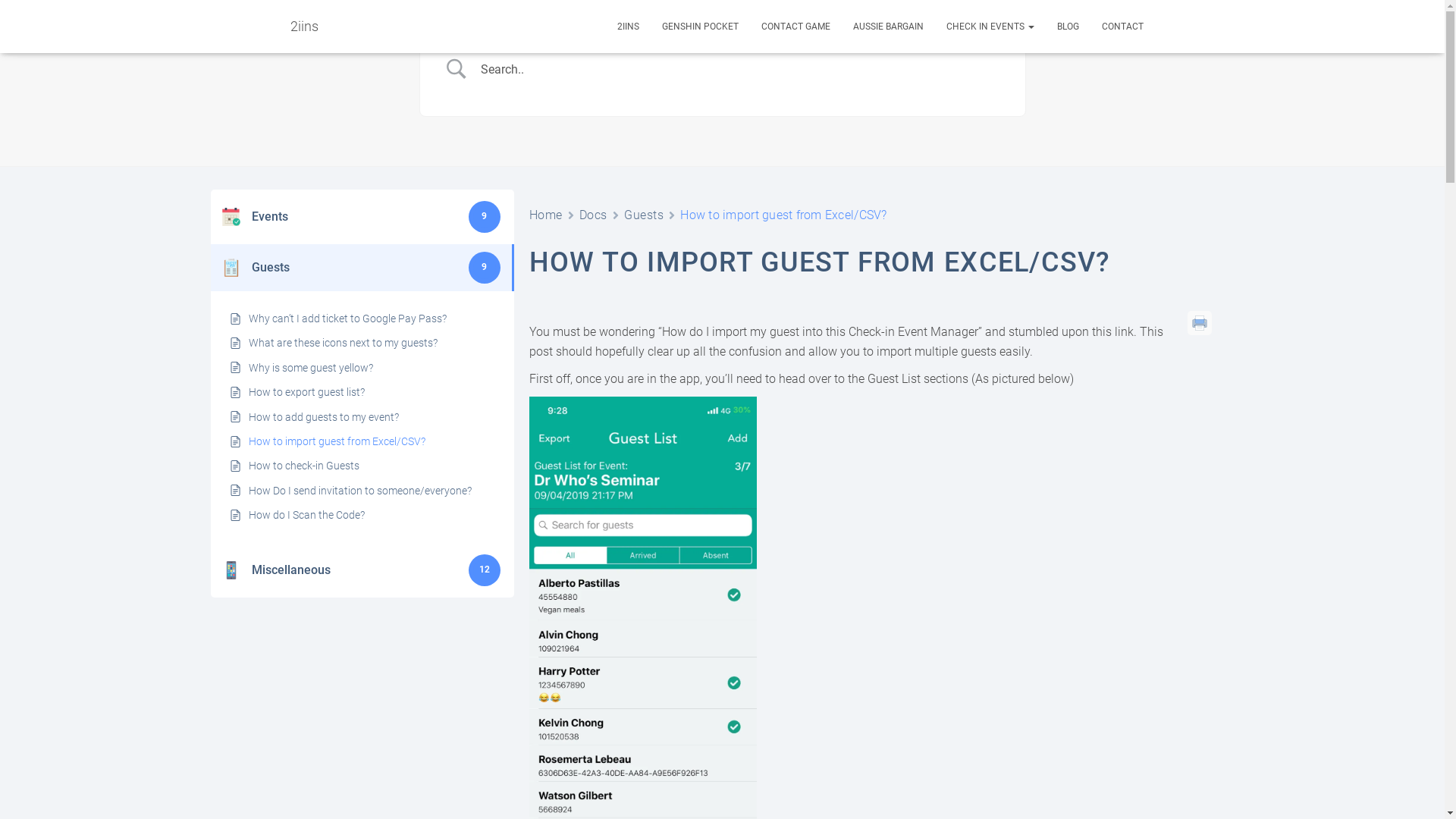 The width and height of the screenshot is (1456, 819). What do you see at coordinates (306, 391) in the screenshot?
I see `'How to export guest list?'` at bounding box center [306, 391].